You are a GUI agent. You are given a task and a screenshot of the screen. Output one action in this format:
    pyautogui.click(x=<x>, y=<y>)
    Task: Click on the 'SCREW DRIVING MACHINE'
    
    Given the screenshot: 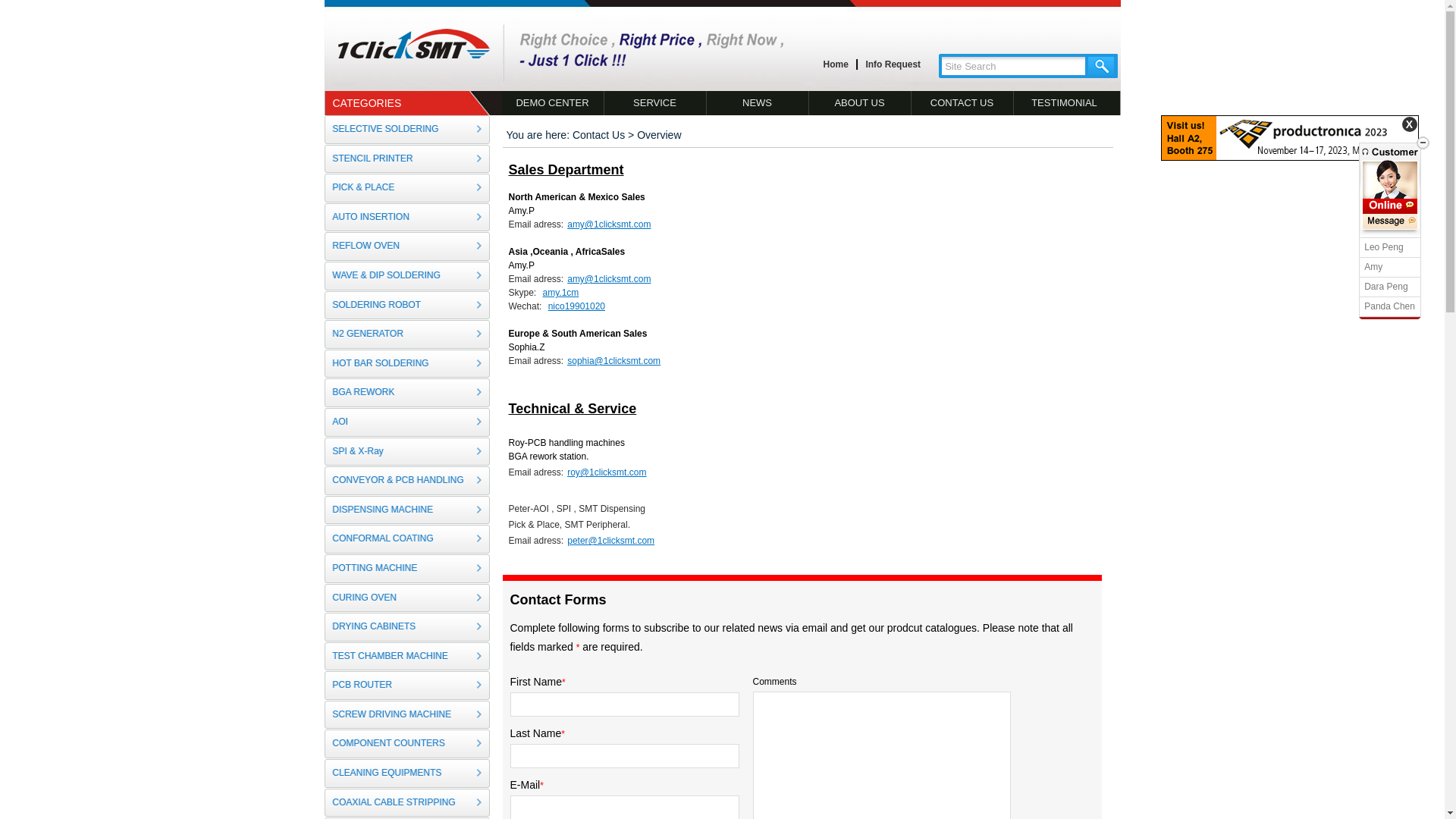 What is the action you would take?
    pyautogui.click(x=323, y=714)
    